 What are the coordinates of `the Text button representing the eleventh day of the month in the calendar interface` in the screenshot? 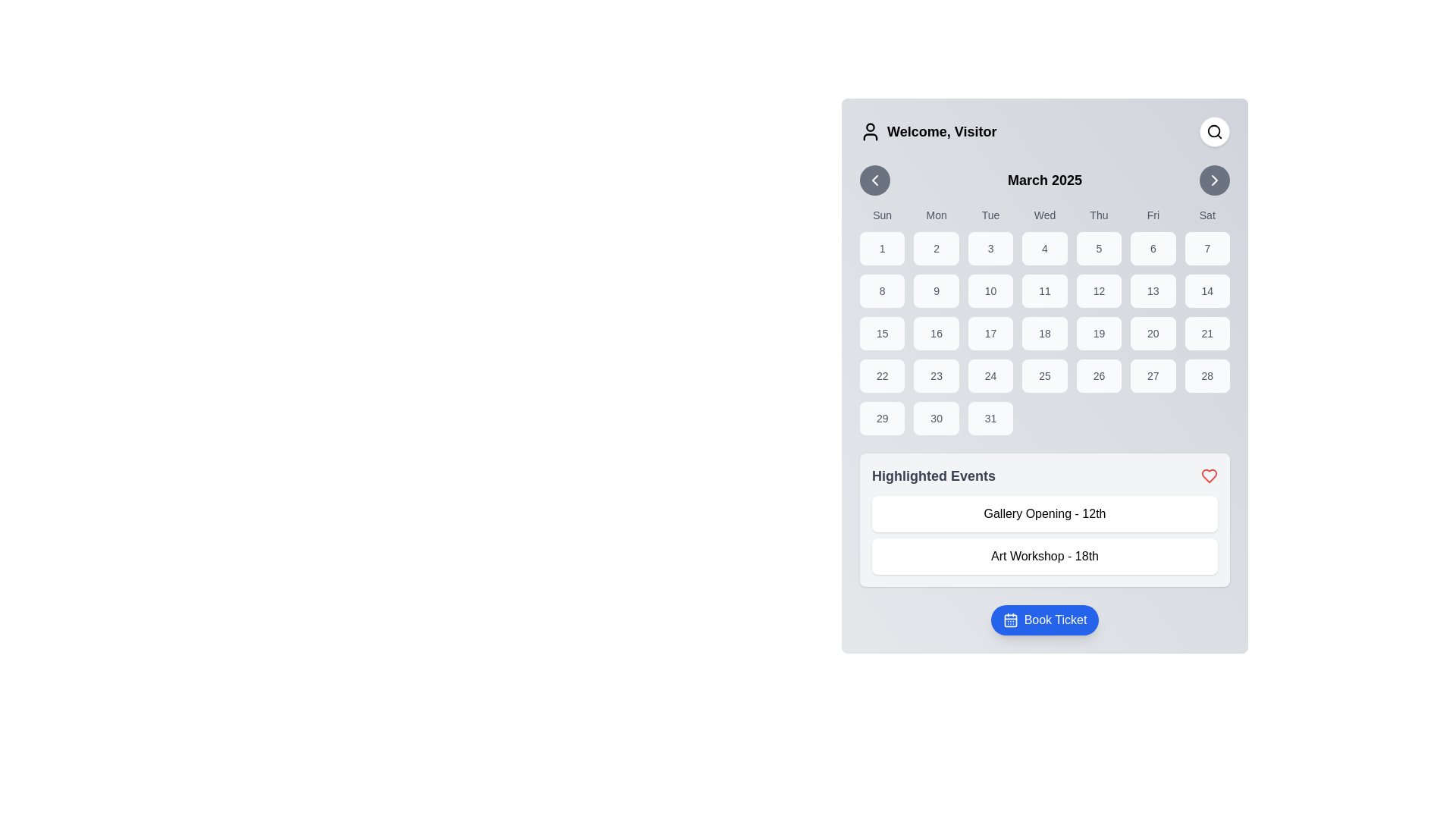 It's located at (1043, 291).